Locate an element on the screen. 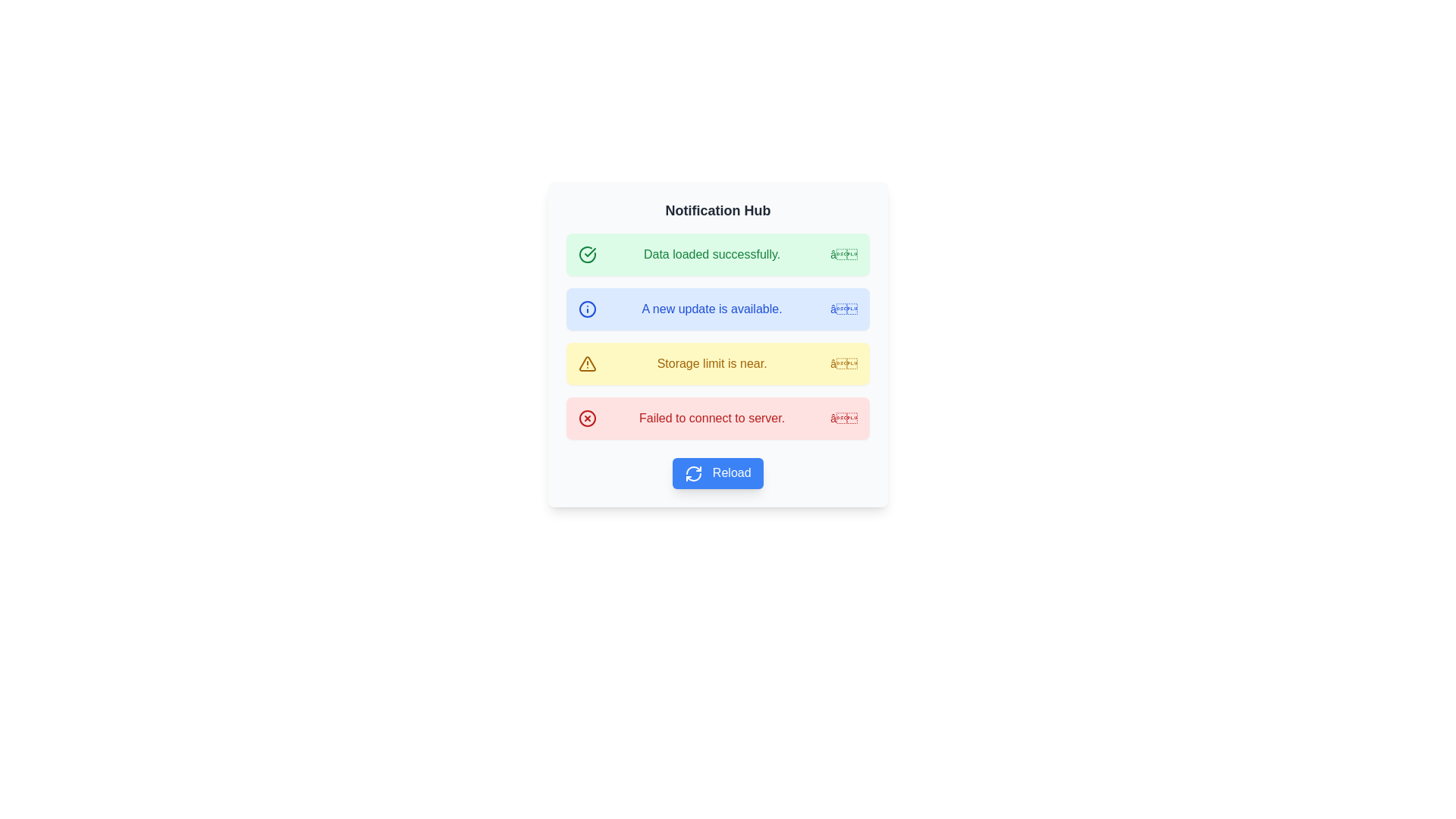 The image size is (1456, 819). the green circular checkmark icon within the topmost notification card is located at coordinates (586, 253).